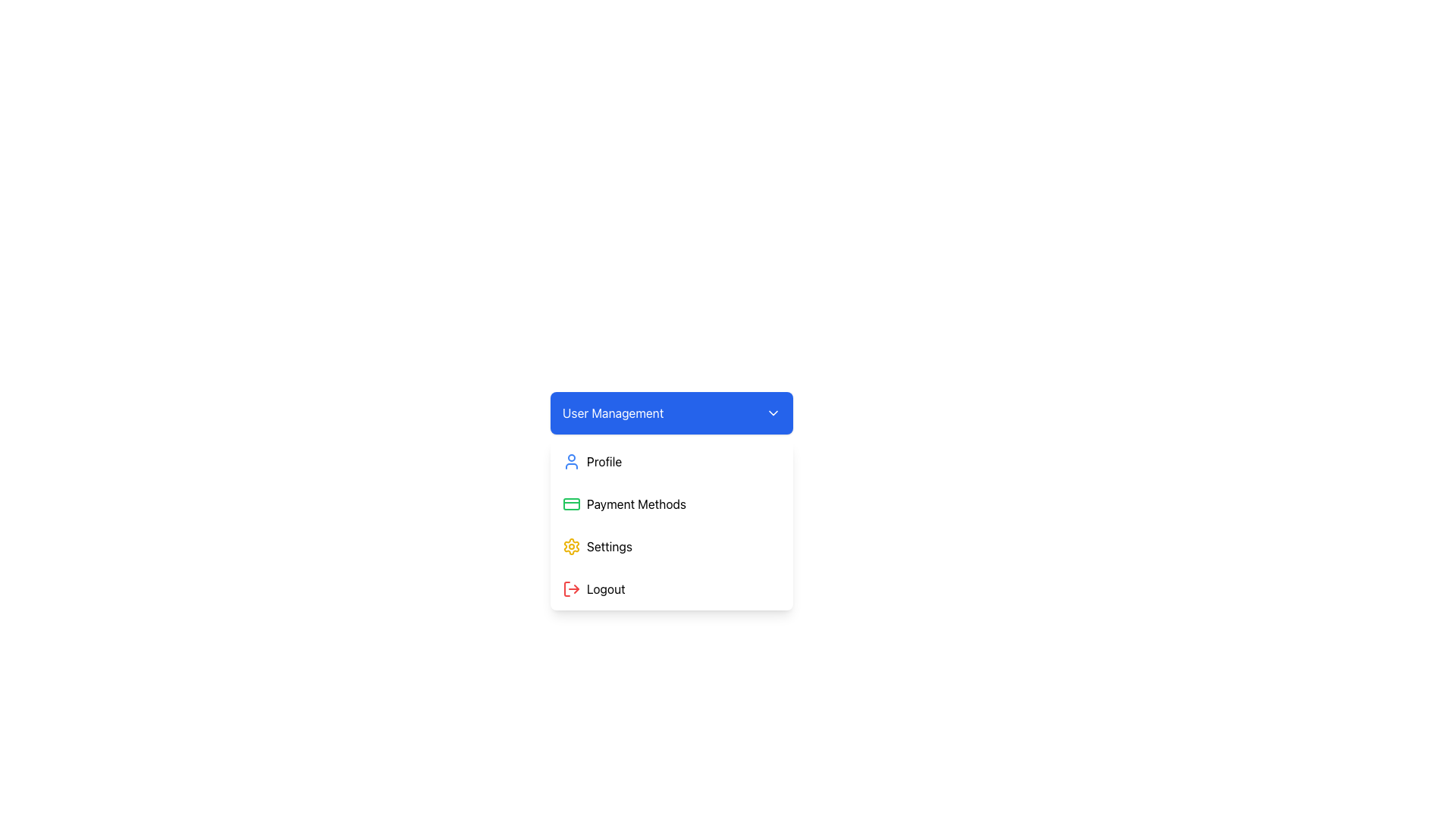  Describe the element at coordinates (671, 461) in the screenshot. I see `the 'Profile' menu item, which is the first item in the vertical dropdown menu of the 'User Management' section` at that location.